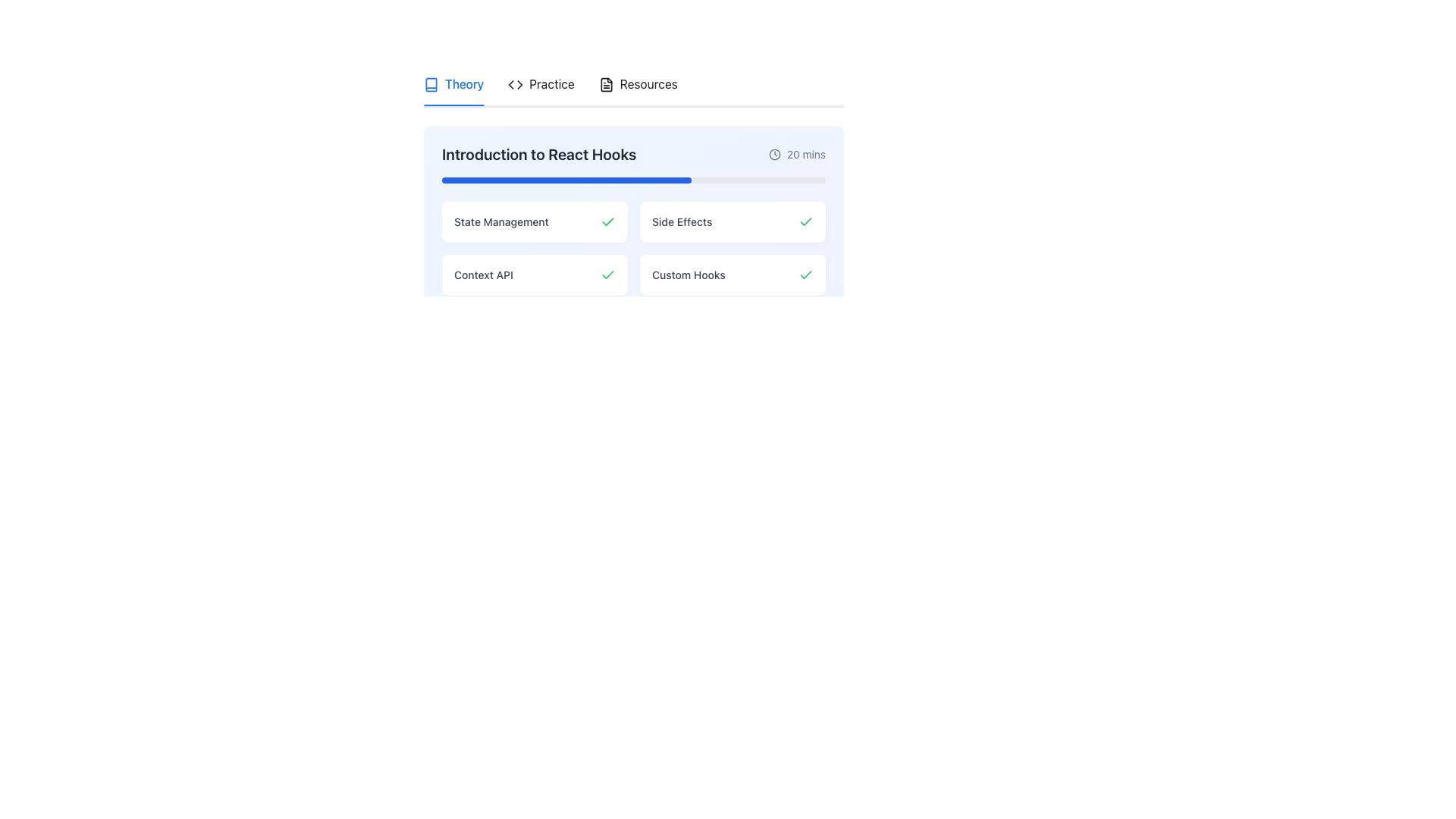 This screenshot has width=1456, height=819. I want to click on the progress bar located below the heading 'Introduction to React Hooks' and the duration label '20 mins', which visually indicates the completion percentage of the associated module, so click(633, 180).